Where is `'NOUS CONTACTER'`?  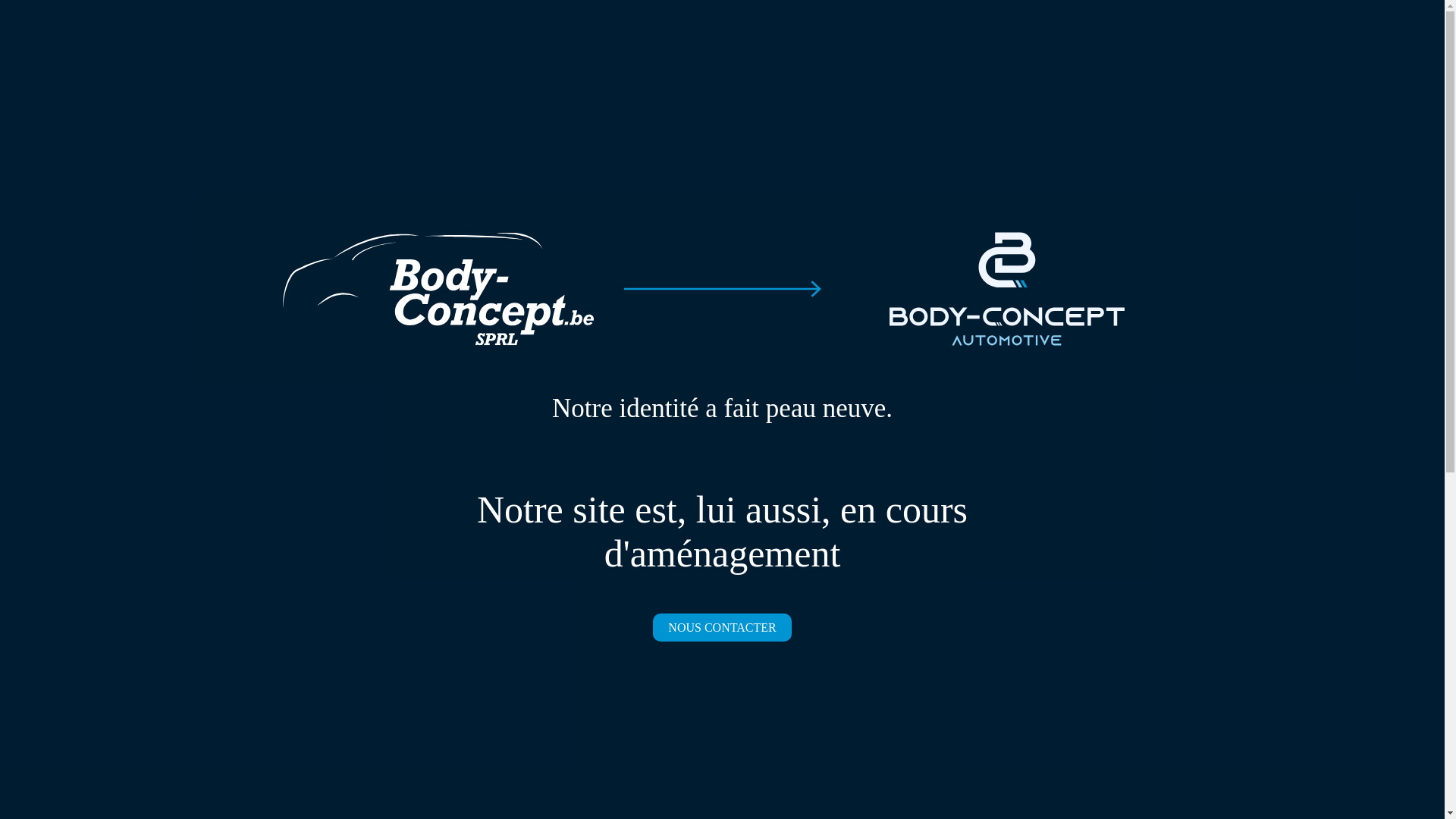
'NOUS CONTACTER' is located at coordinates (720, 627).